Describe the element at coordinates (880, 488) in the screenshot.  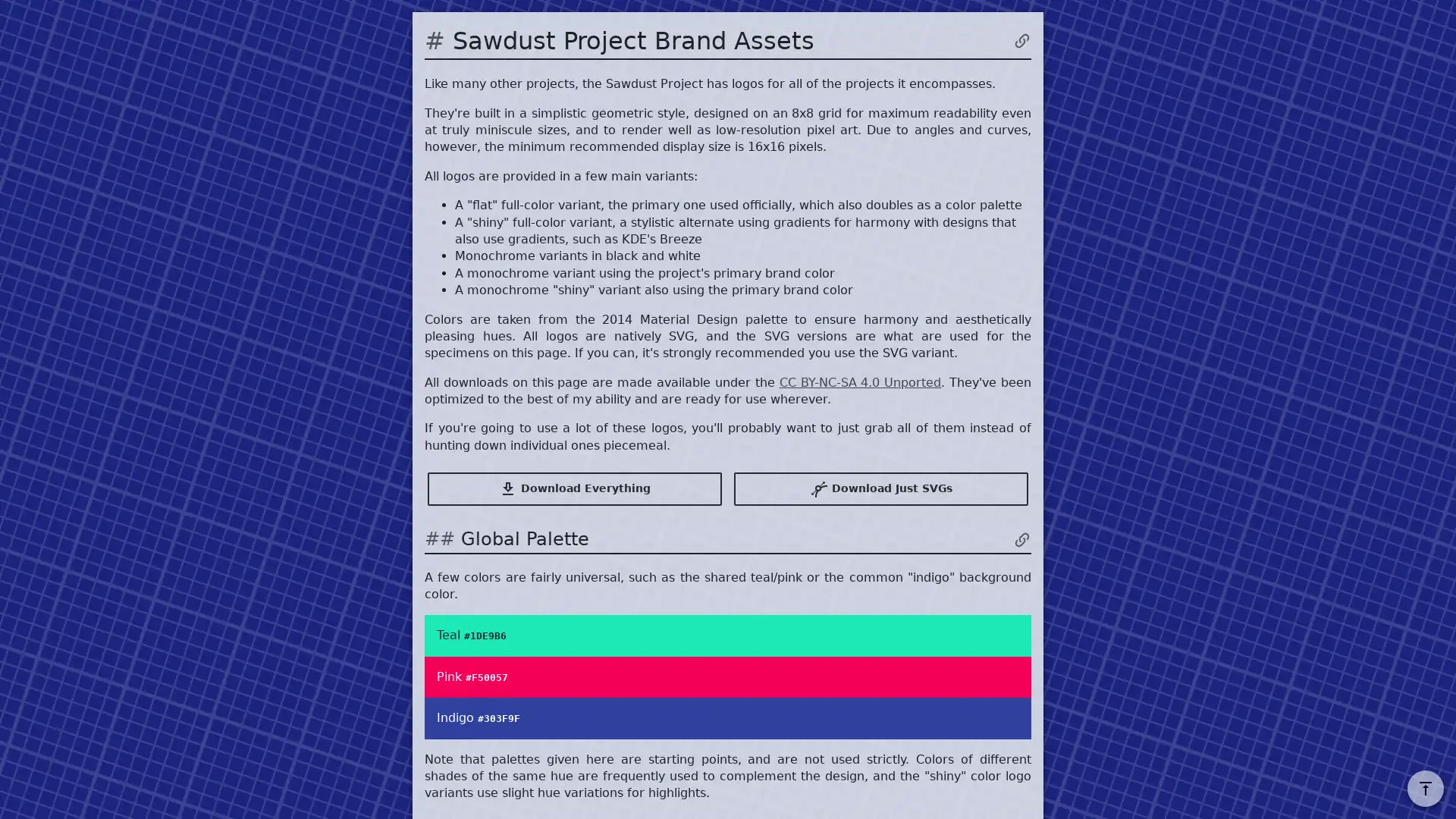
I see `Download Just SVGs` at that location.